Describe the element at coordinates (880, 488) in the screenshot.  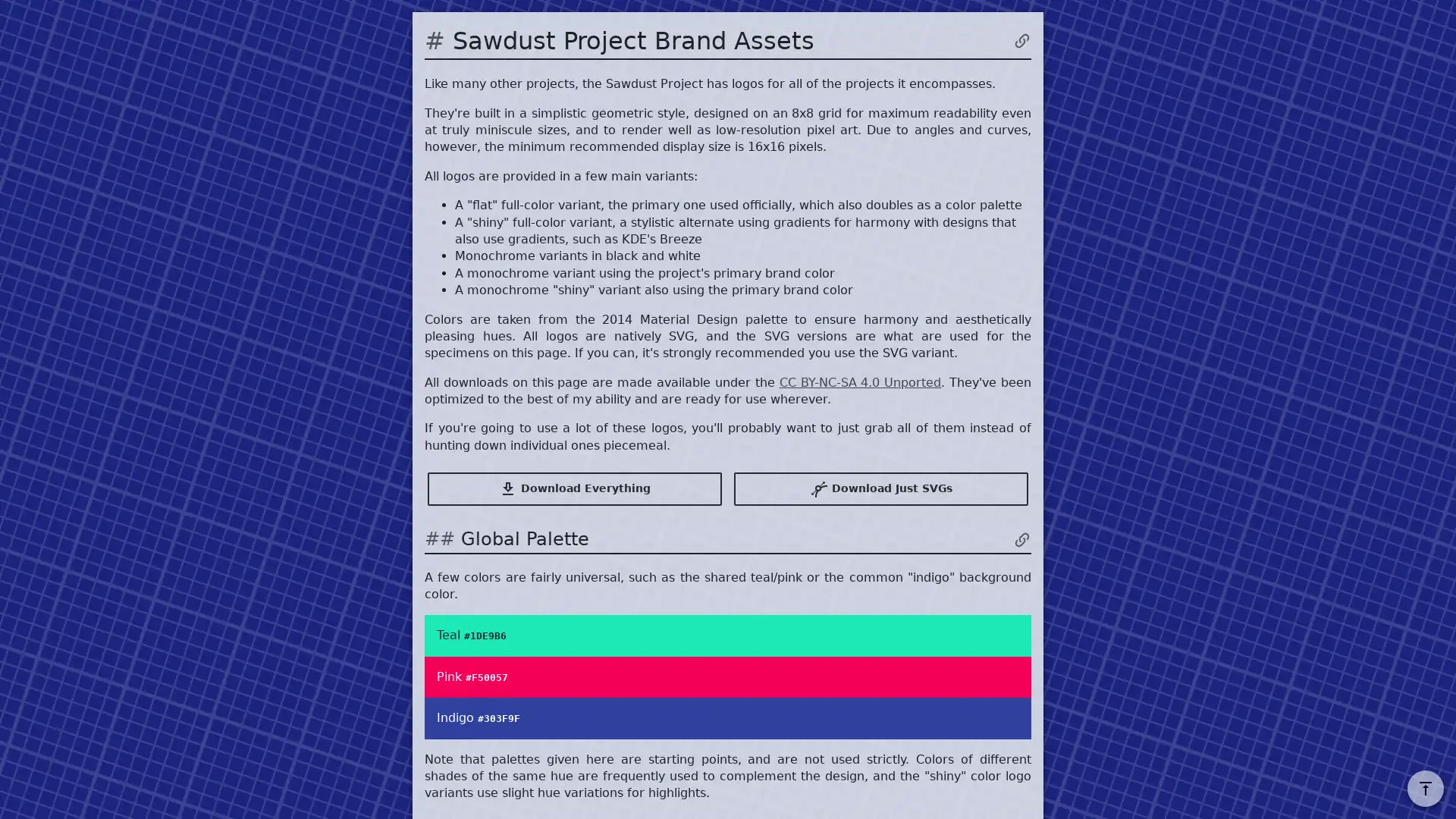
I see `Download Just SVGs` at that location.